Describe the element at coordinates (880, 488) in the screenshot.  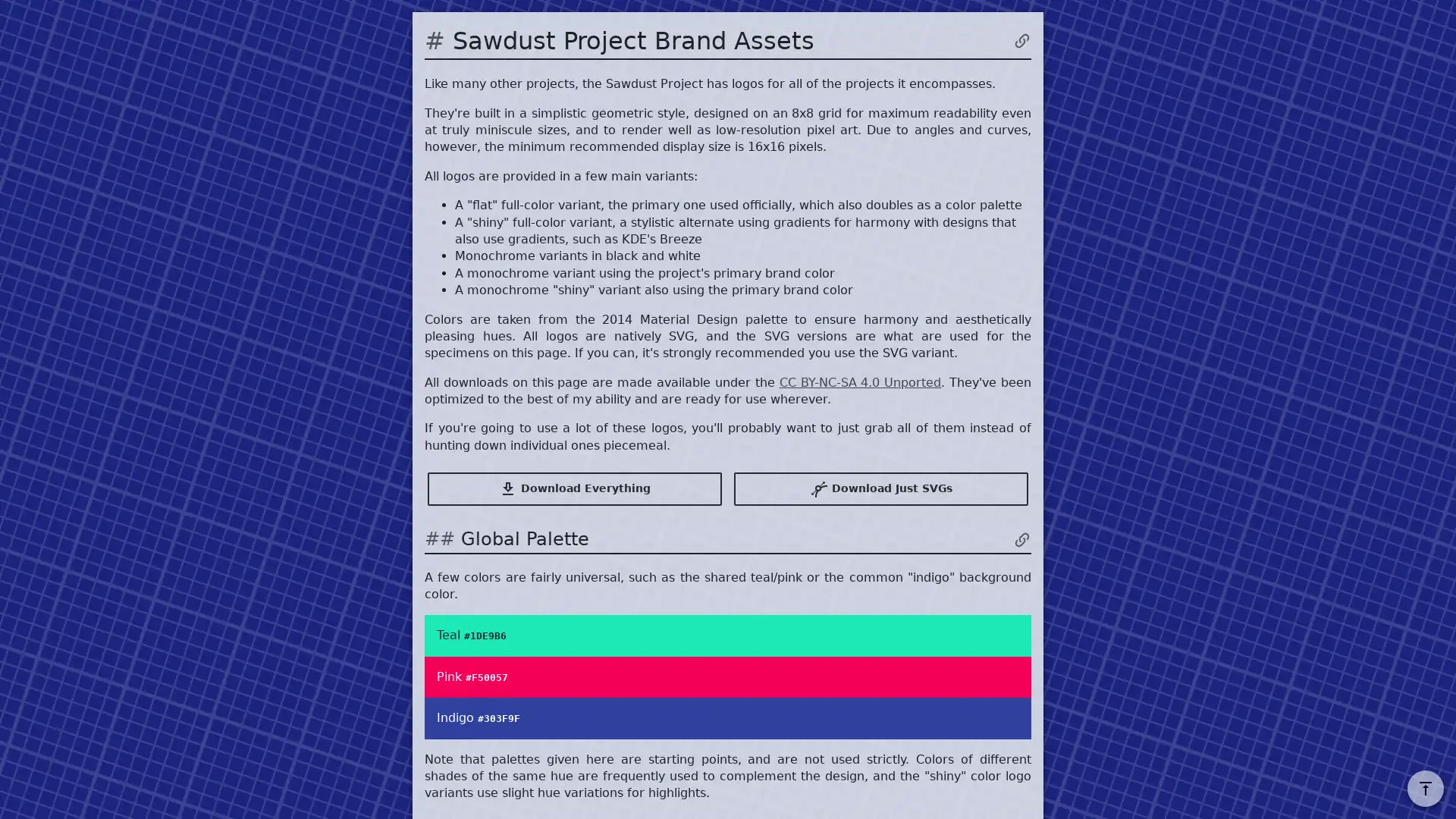
I see `Download Just SVGs` at that location.